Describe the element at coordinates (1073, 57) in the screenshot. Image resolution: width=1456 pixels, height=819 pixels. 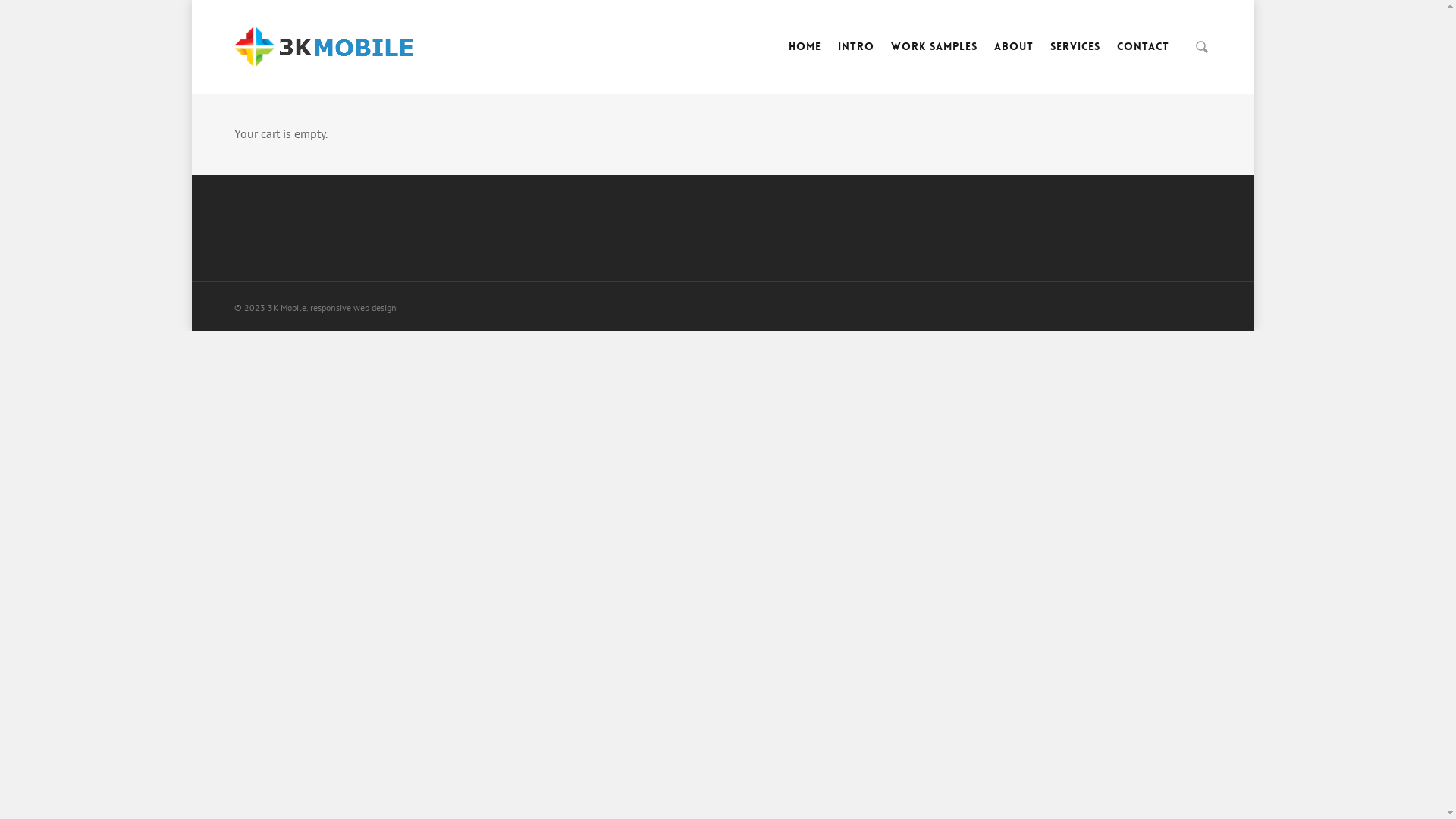
I see `'Services'` at that location.